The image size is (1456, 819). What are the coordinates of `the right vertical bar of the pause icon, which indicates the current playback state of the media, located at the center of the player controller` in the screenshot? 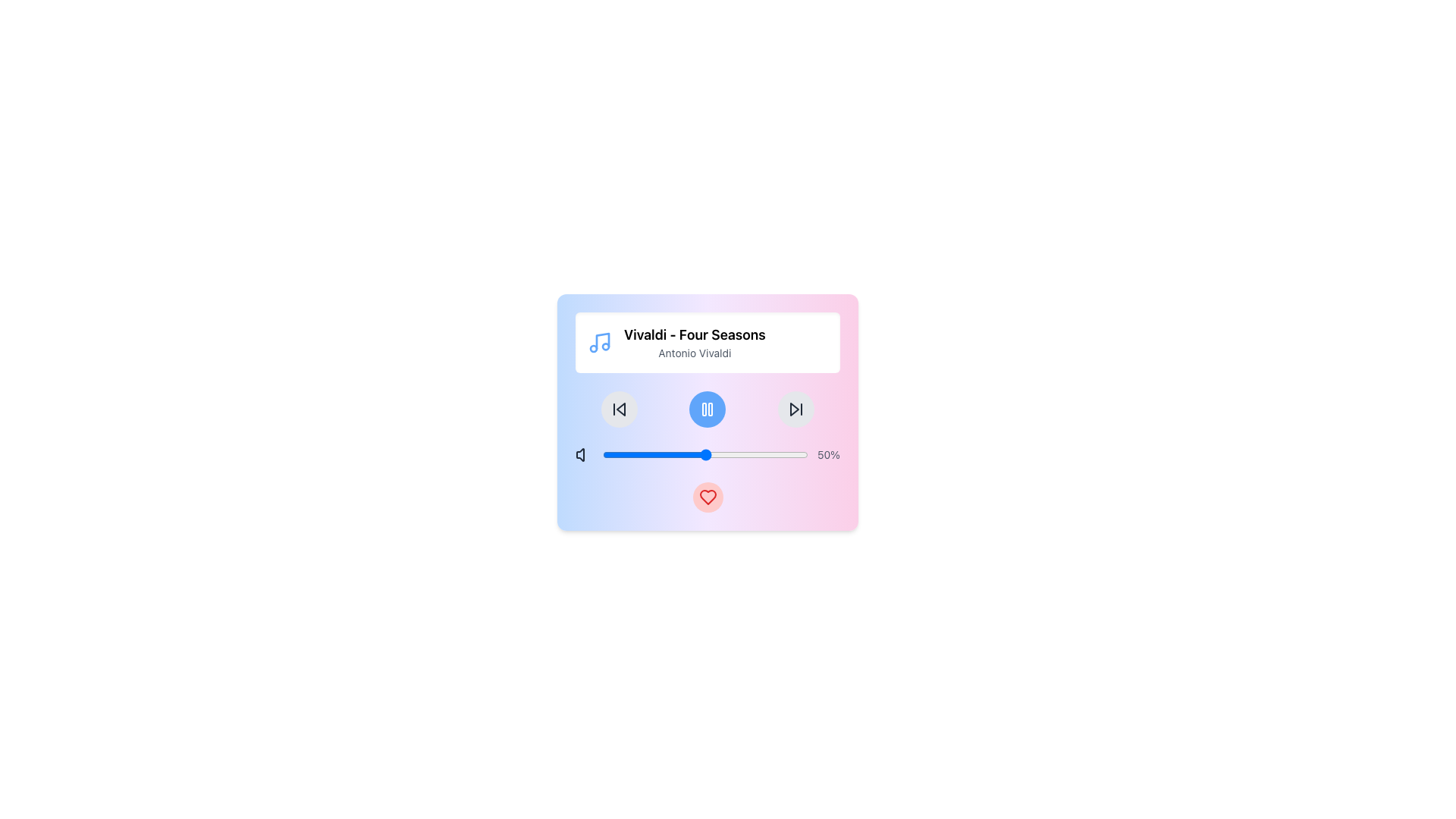 It's located at (710, 409).